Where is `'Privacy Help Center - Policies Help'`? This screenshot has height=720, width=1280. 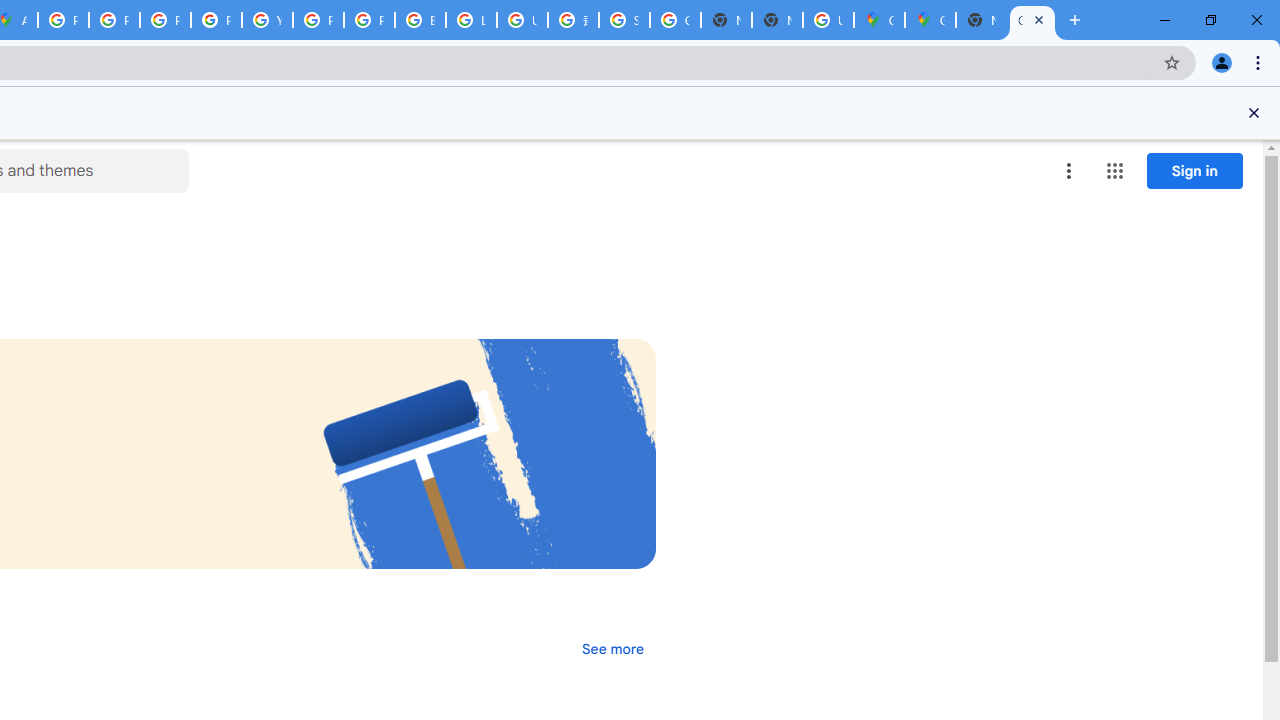
'Privacy Help Center - Policies Help' is located at coordinates (165, 20).